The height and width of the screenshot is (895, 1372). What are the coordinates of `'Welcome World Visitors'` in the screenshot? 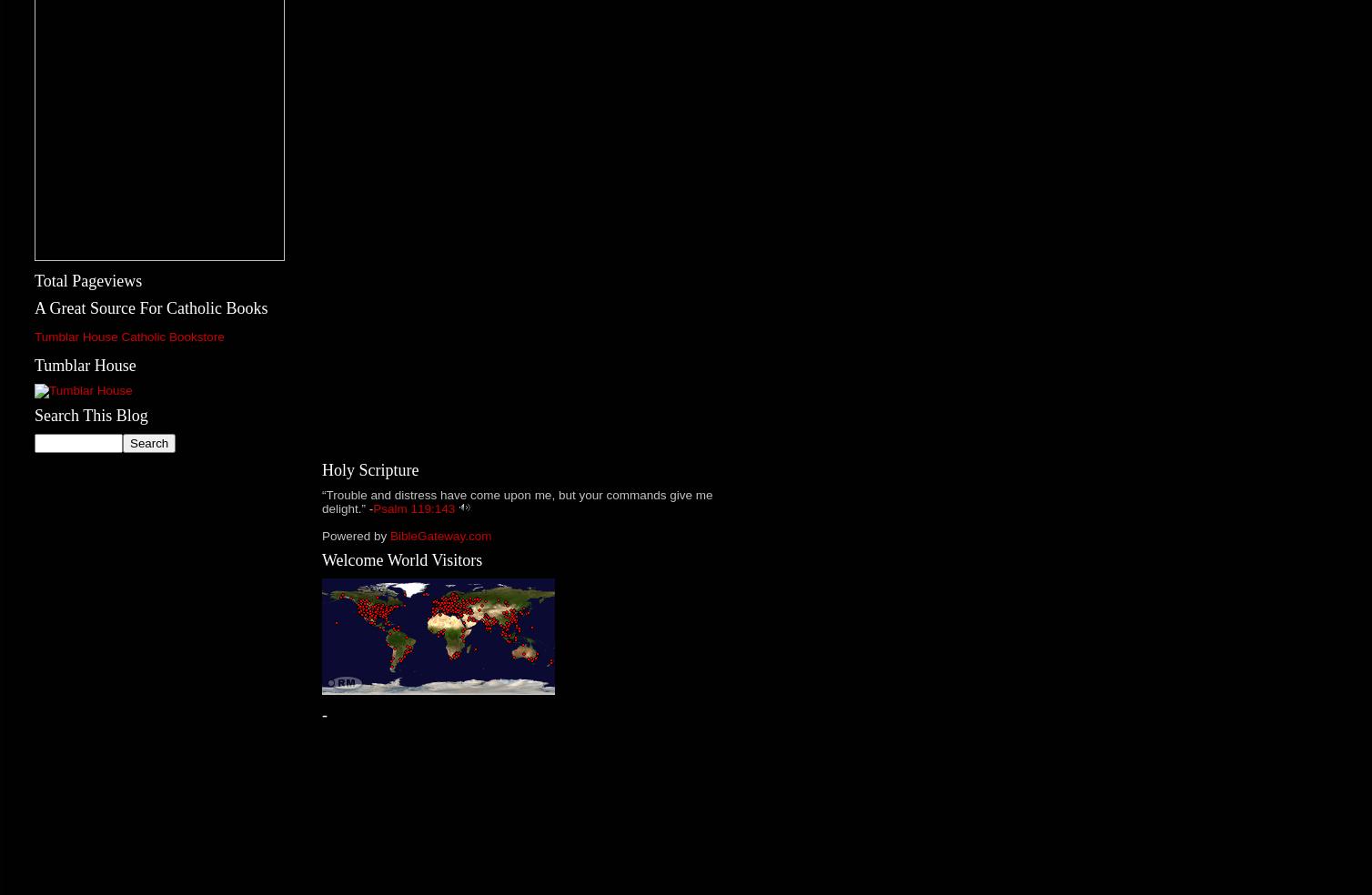 It's located at (401, 558).